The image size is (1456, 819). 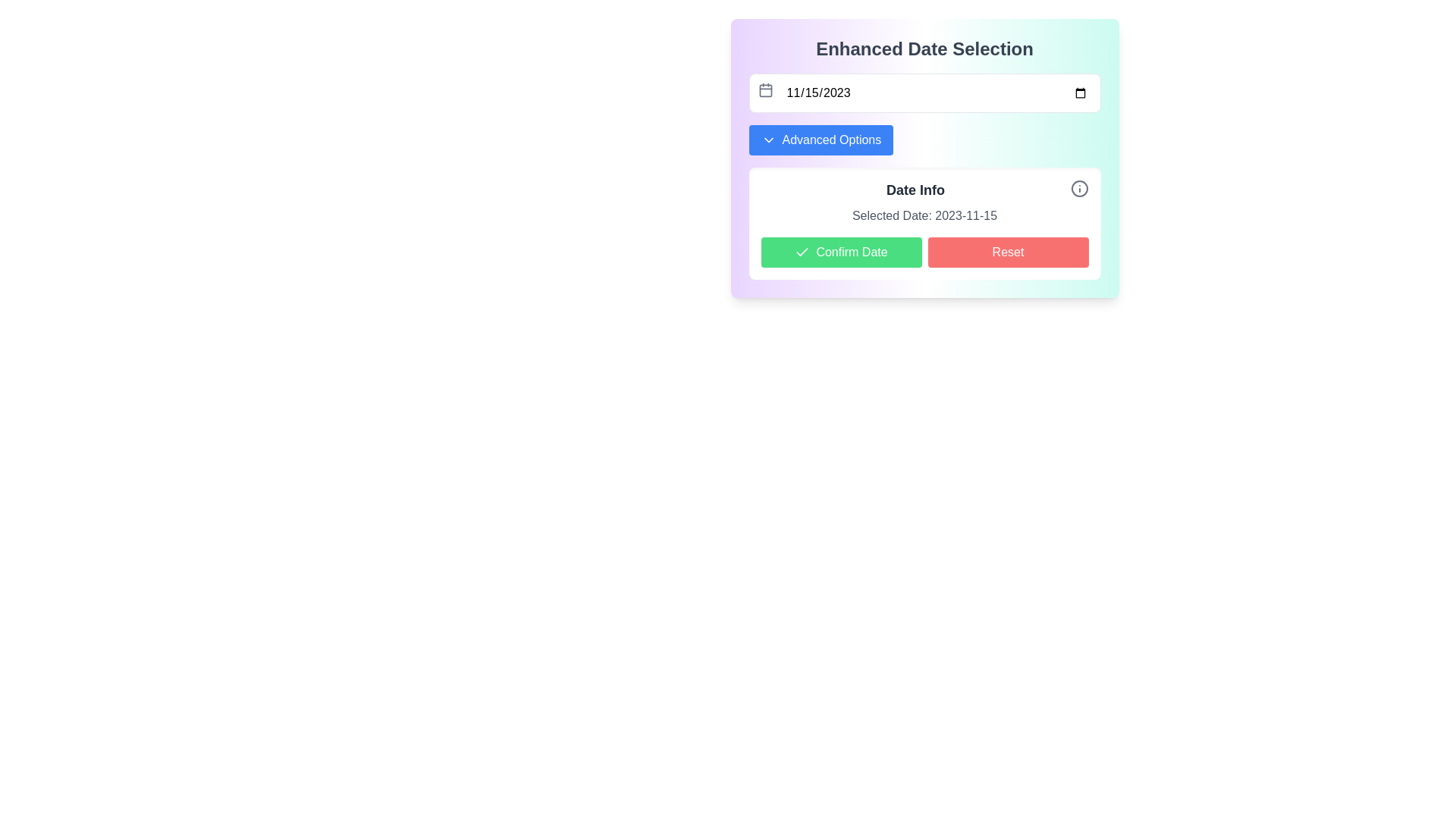 What do you see at coordinates (765, 90) in the screenshot?
I see `the calendar icon located to the left of the date input field` at bounding box center [765, 90].